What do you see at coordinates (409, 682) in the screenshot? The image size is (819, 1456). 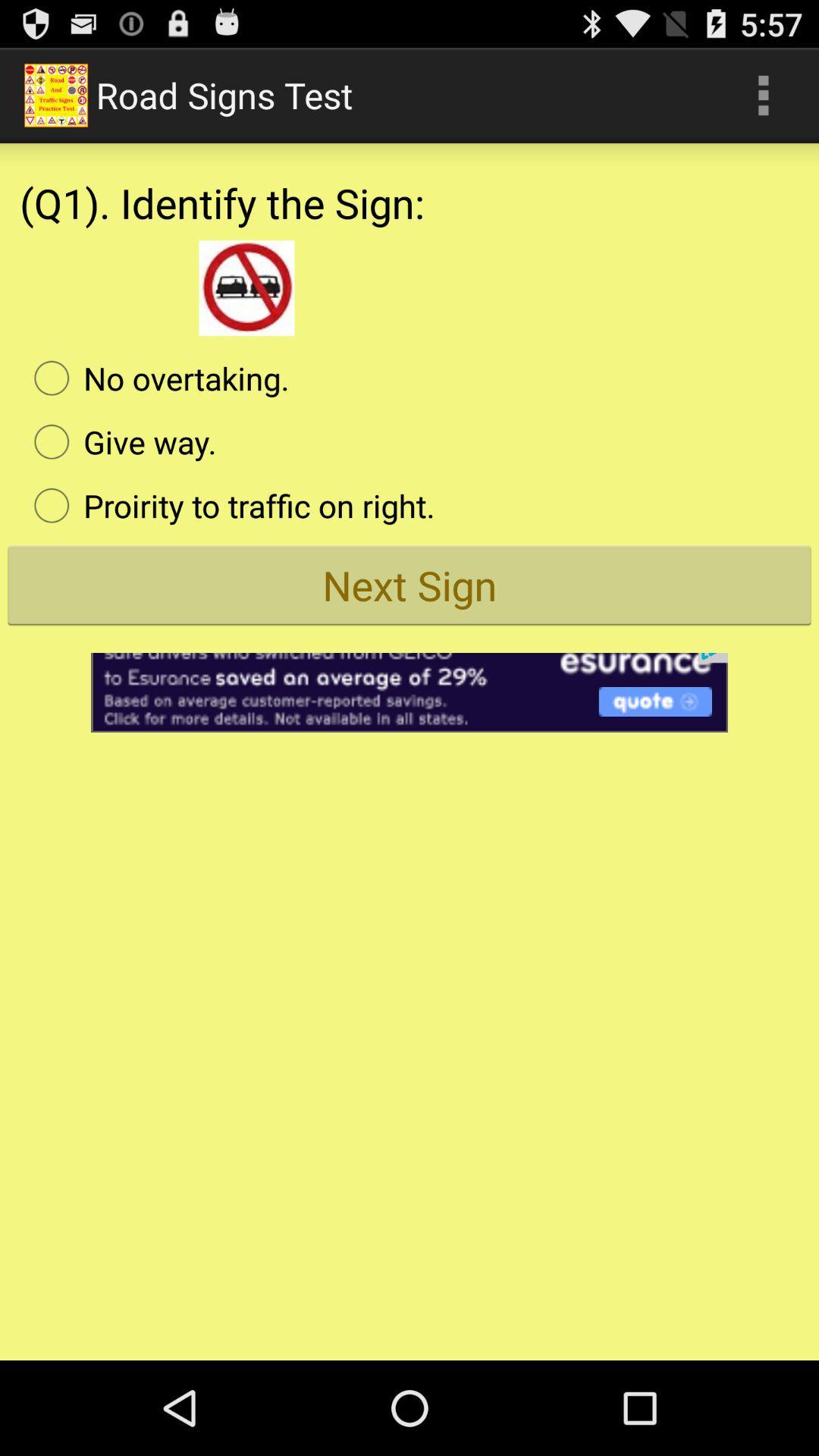 I see `click the advertisement` at bounding box center [409, 682].